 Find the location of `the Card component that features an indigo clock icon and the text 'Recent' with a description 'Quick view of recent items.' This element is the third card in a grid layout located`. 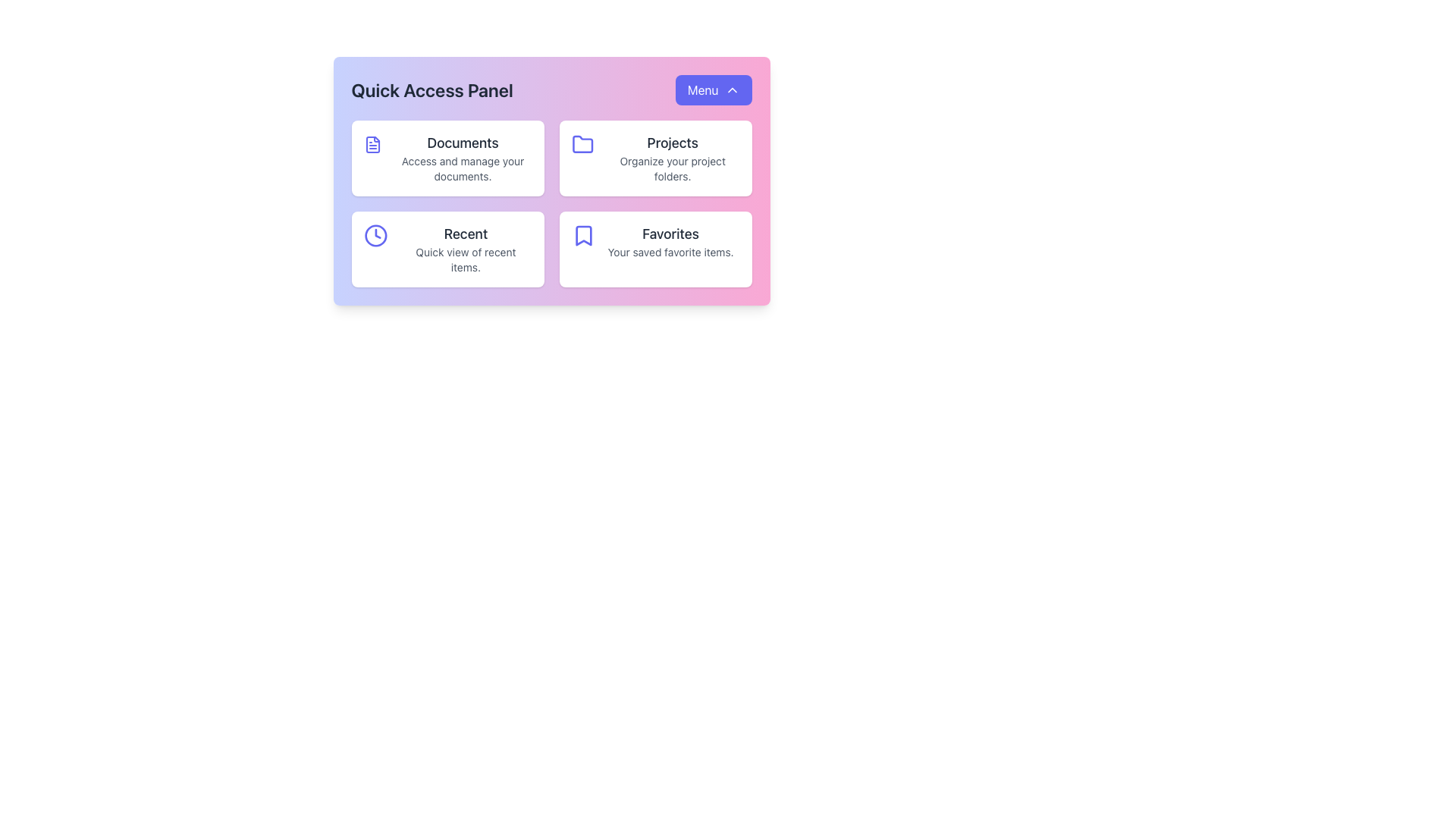

the Card component that features an indigo clock icon and the text 'Recent' with a description 'Quick view of recent items.' This element is the third card in a grid layout located is located at coordinates (447, 248).